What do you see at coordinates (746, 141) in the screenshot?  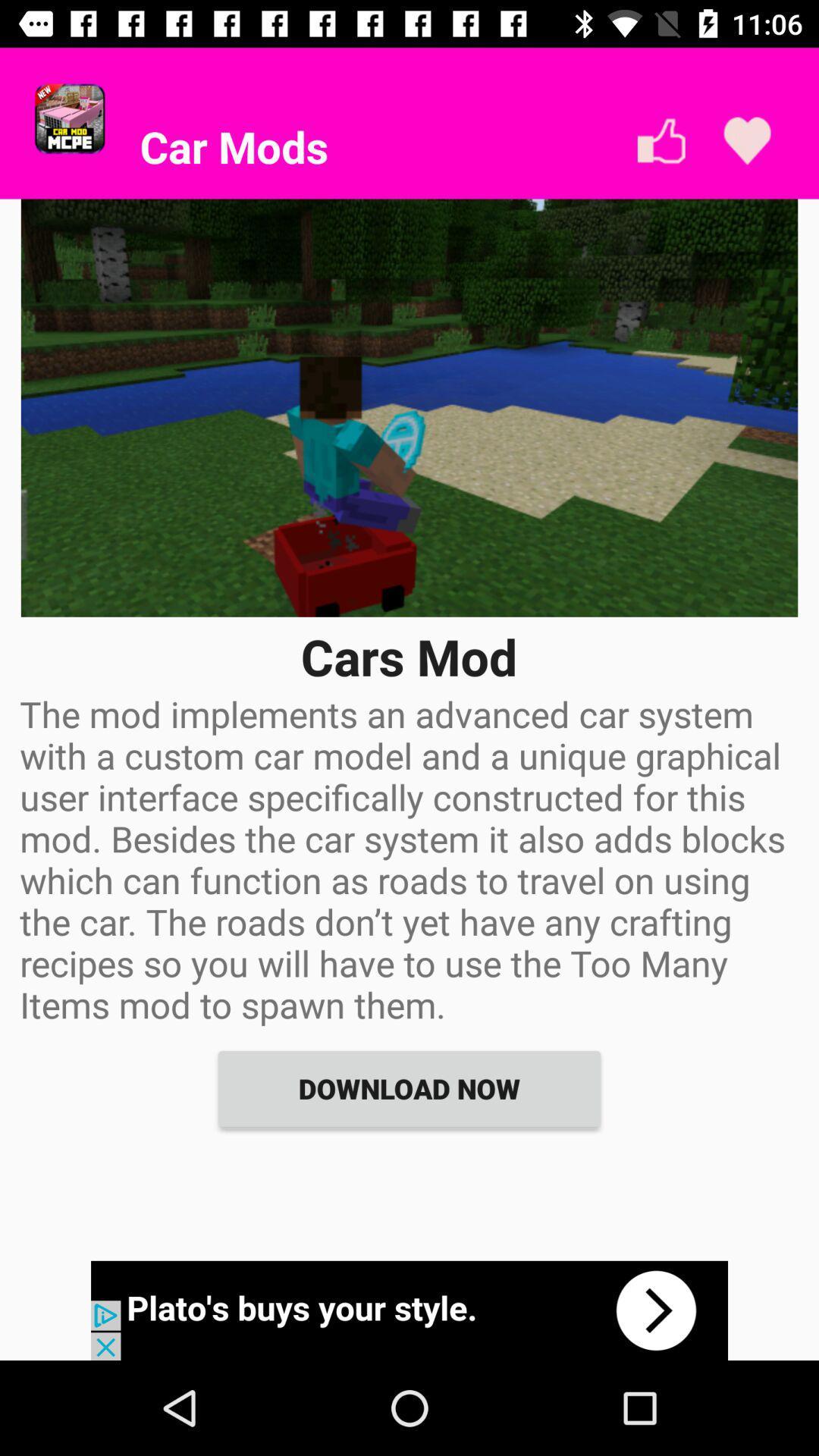 I see `heart botton` at bounding box center [746, 141].